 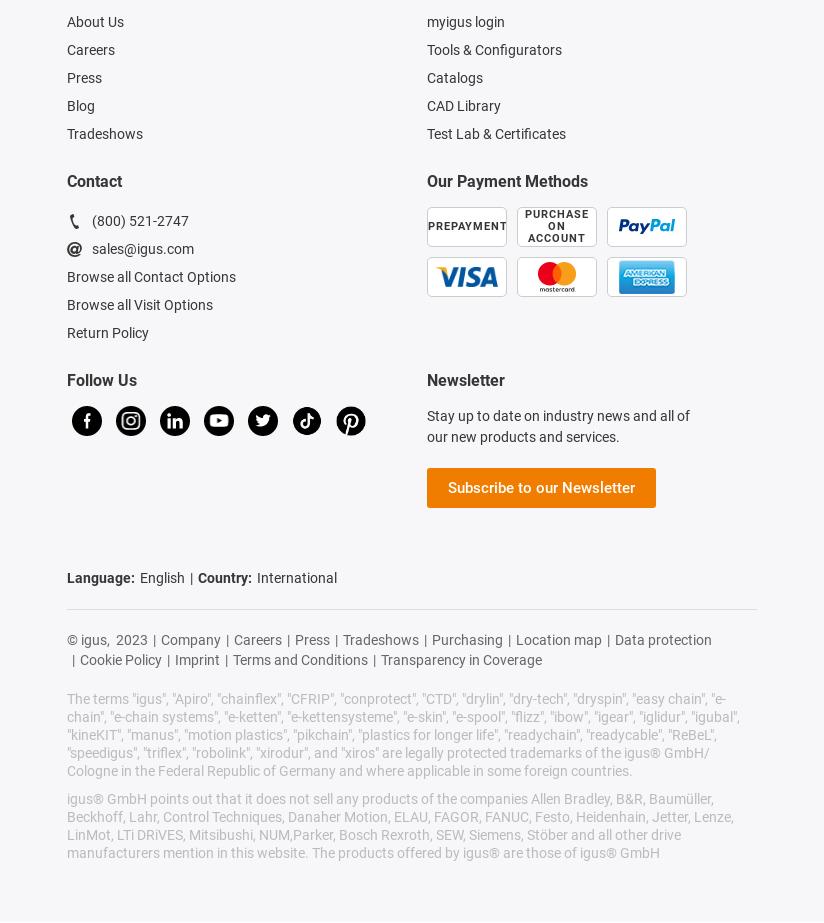 I want to click on 'Our Payment Methods', so click(x=506, y=181).